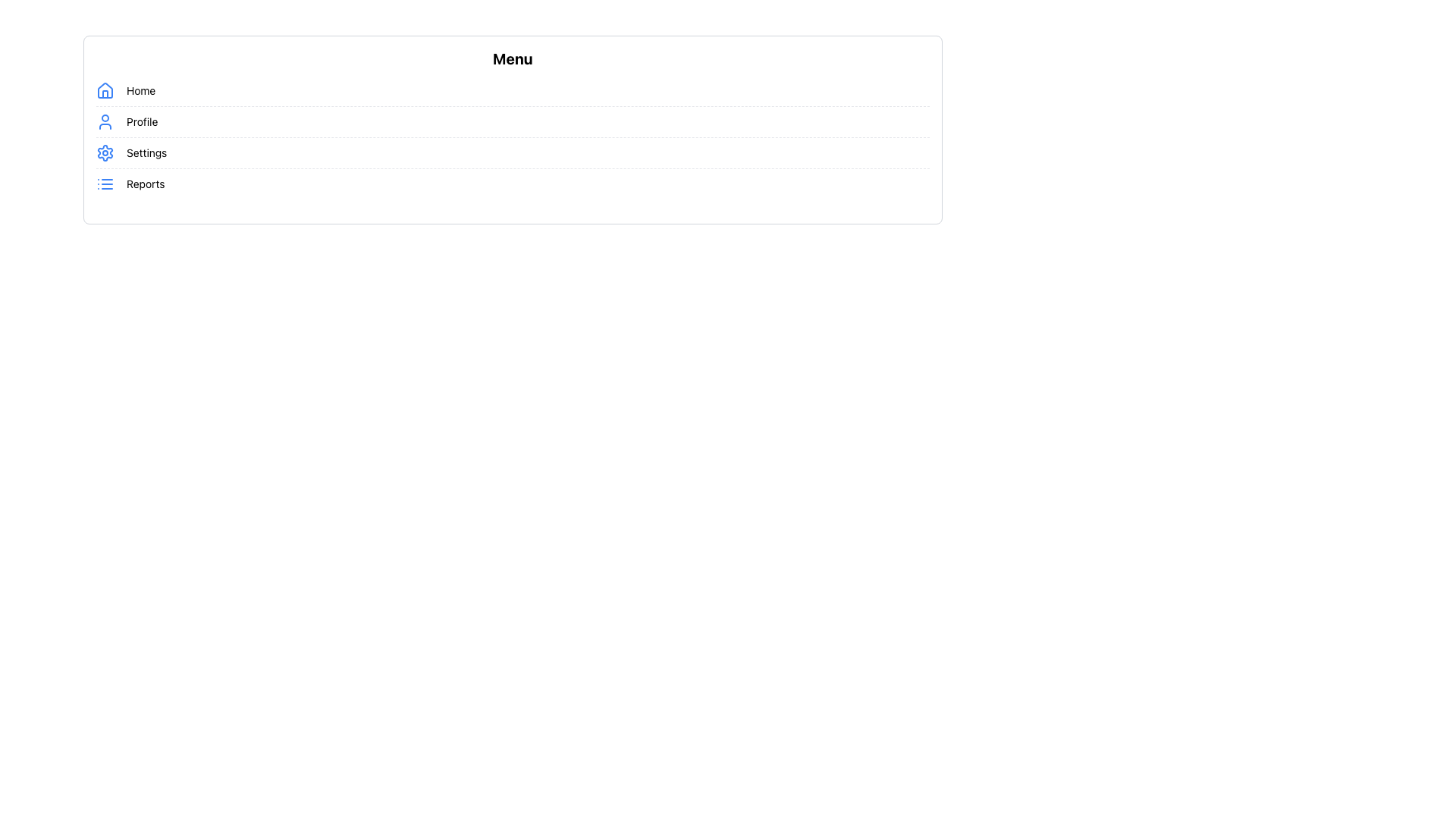 Image resolution: width=1456 pixels, height=819 pixels. What do you see at coordinates (105, 184) in the screenshot?
I see `the small blue icon with a list-style design featuring three horizontal lines and dots, which is located to the left of the 'Reports' text in the navigation menu` at bounding box center [105, 184].